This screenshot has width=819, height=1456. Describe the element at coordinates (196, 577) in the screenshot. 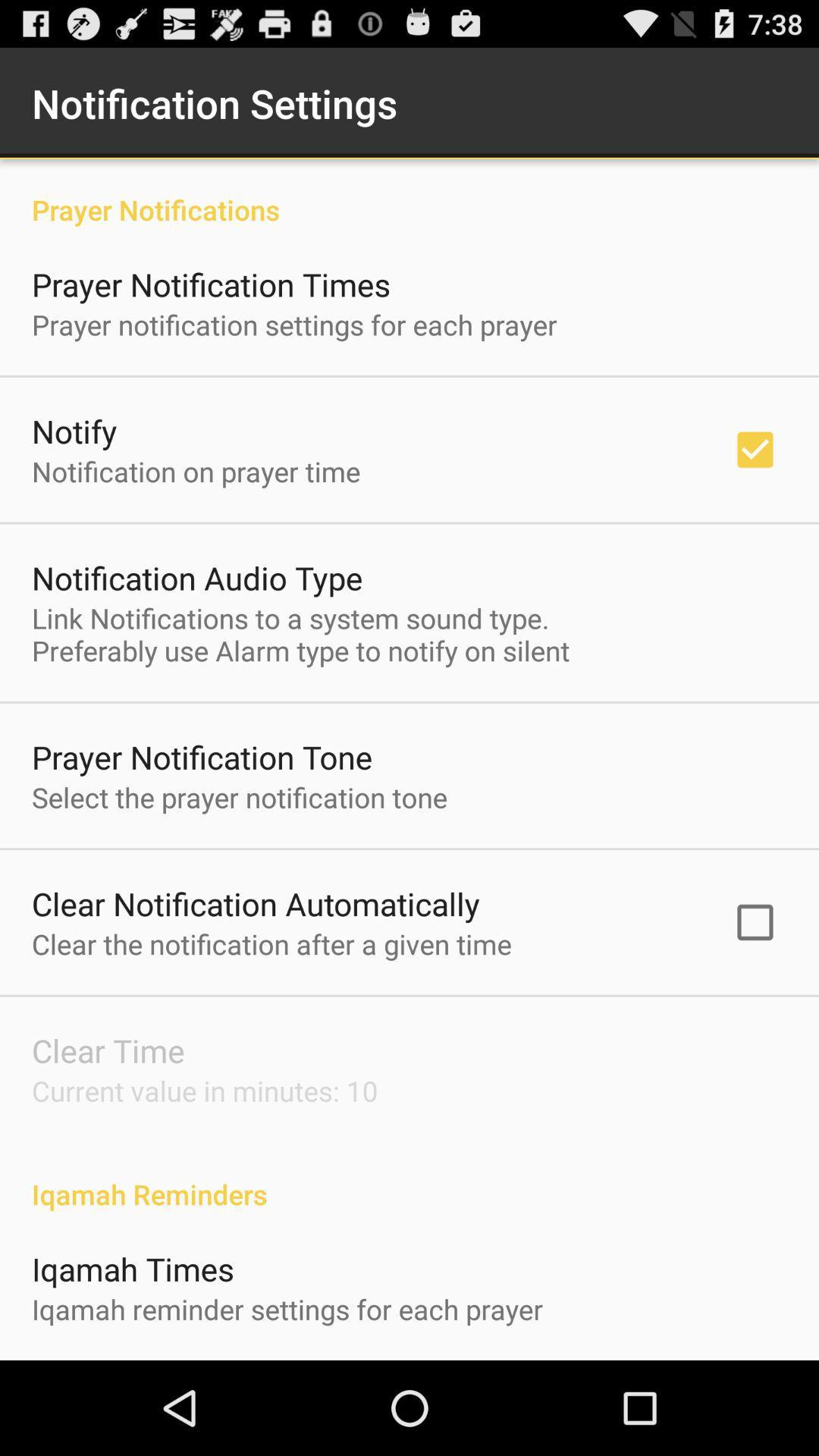

I see `the icon below notification on prayer icon` at that location.